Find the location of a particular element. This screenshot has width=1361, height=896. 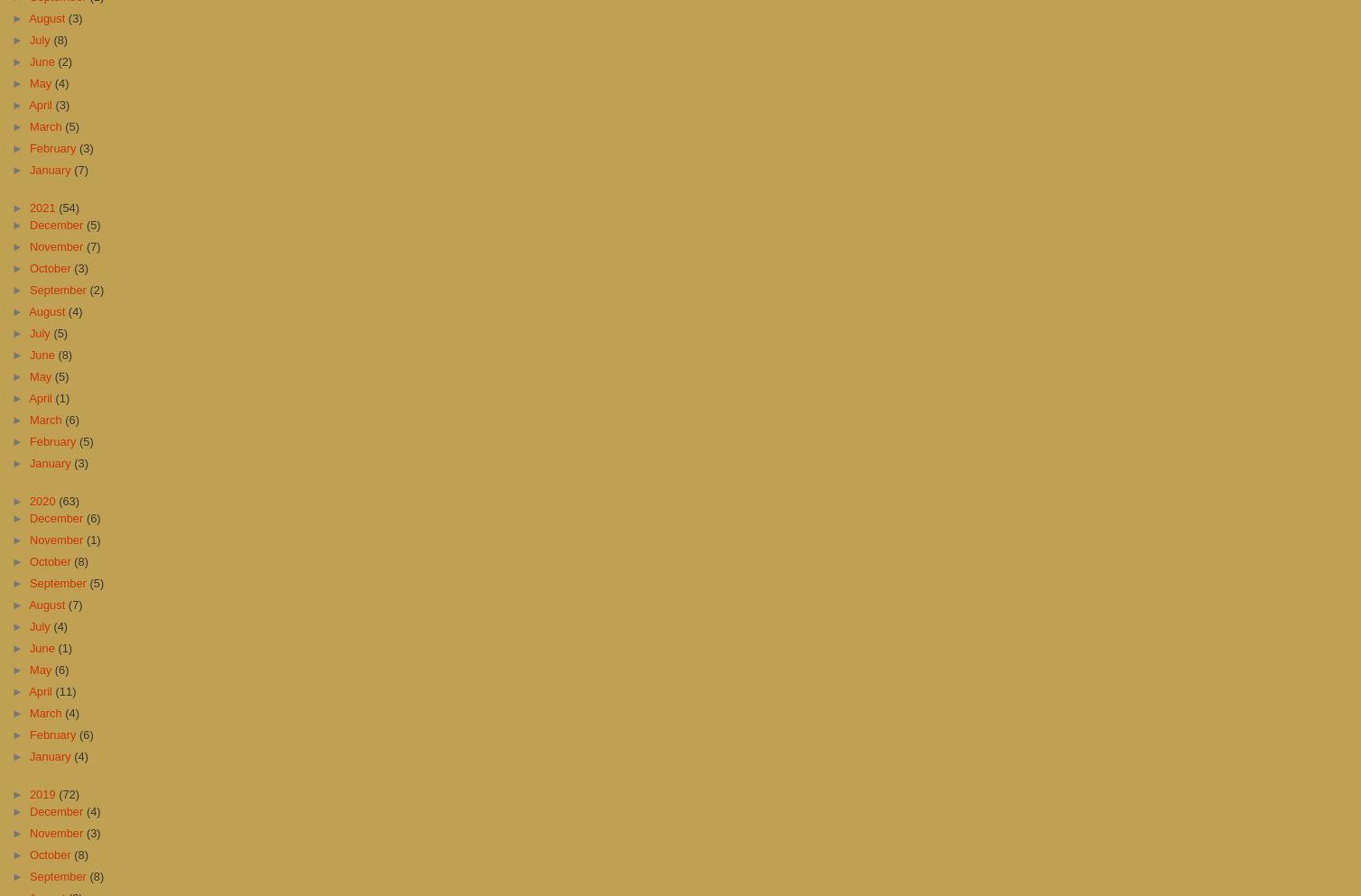

'(63)' is located at coordinates (58, 499).